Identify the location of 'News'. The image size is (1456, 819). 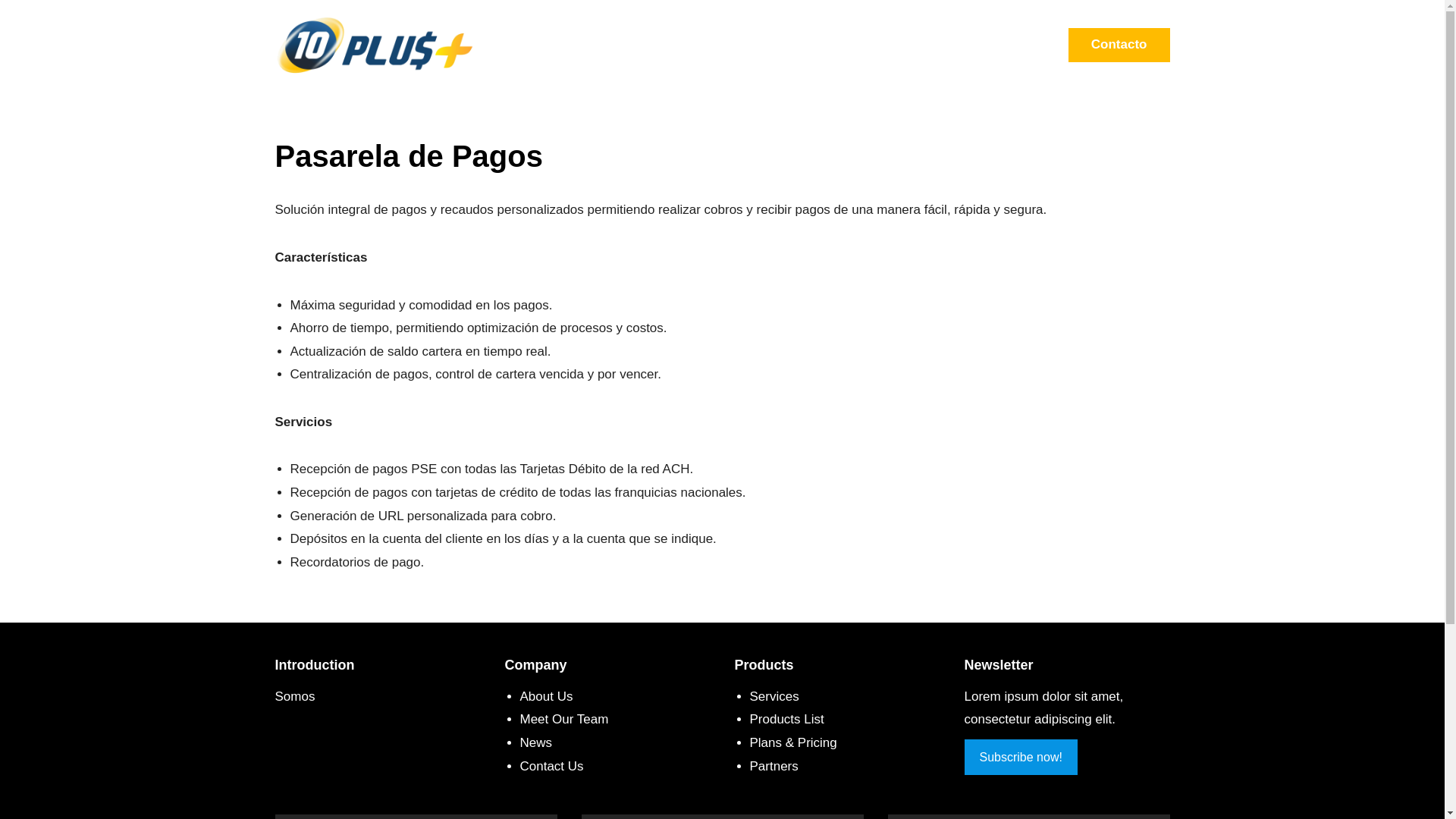
(536, 742).